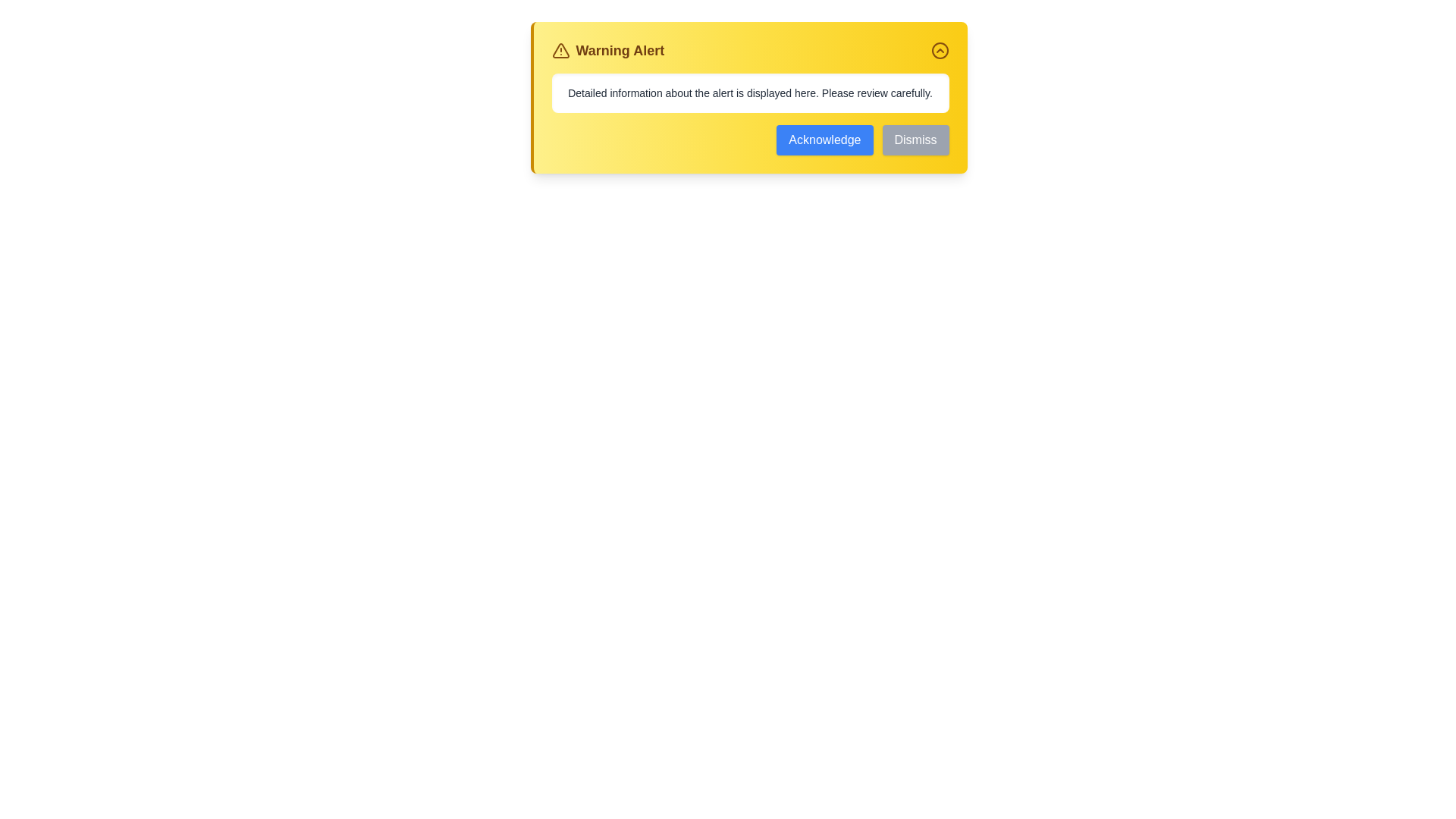 The width and height of the screenshot is (1456, 819). I want to click on the alert icon to interact with it, so click(560, 49).